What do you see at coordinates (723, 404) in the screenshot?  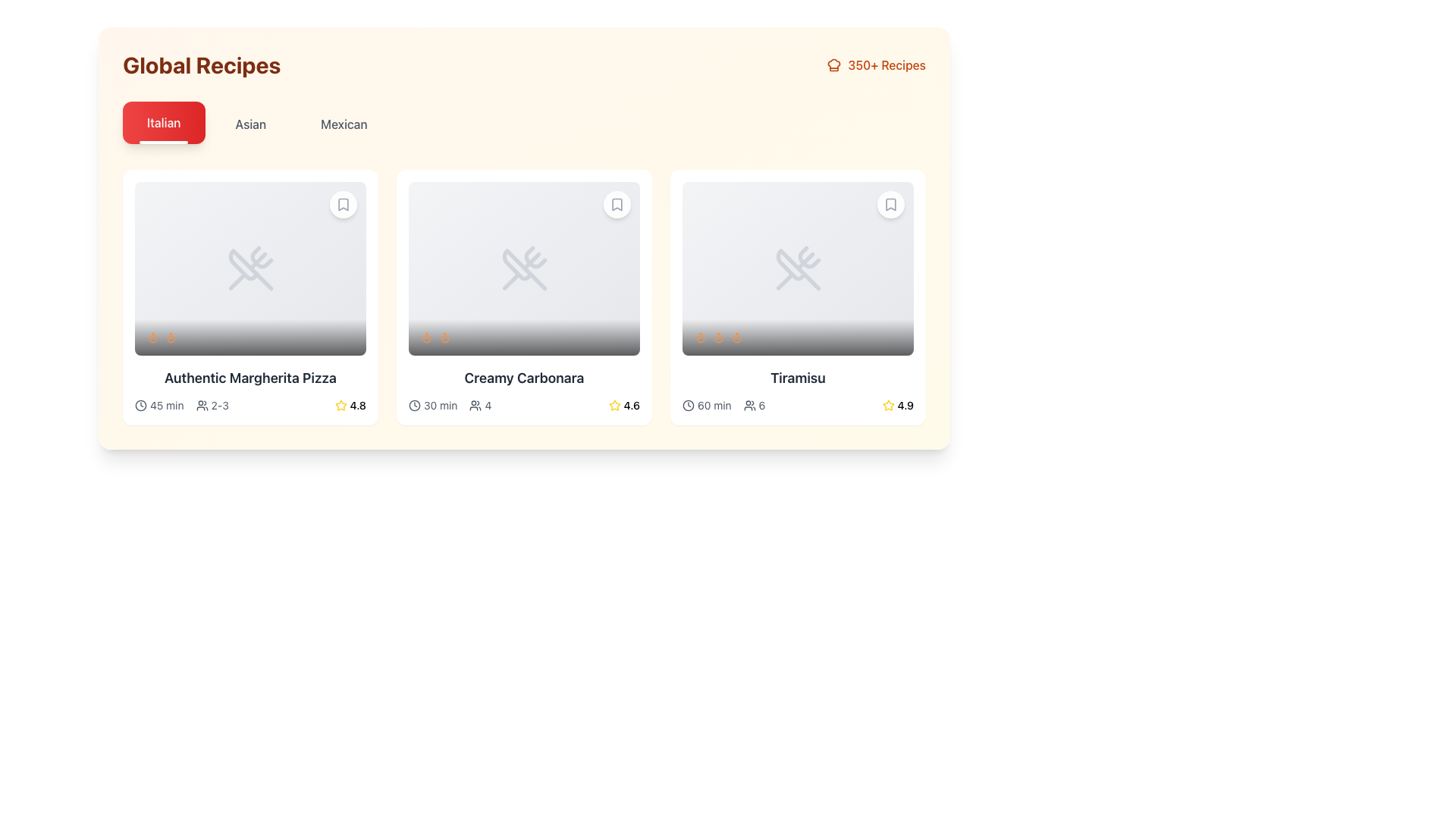 I see `the Text Label with Icons displaying '60 min' and '6' in the Tiramisu recipe card located in the third column of the recipe grid` at bounding box center [723, 404].